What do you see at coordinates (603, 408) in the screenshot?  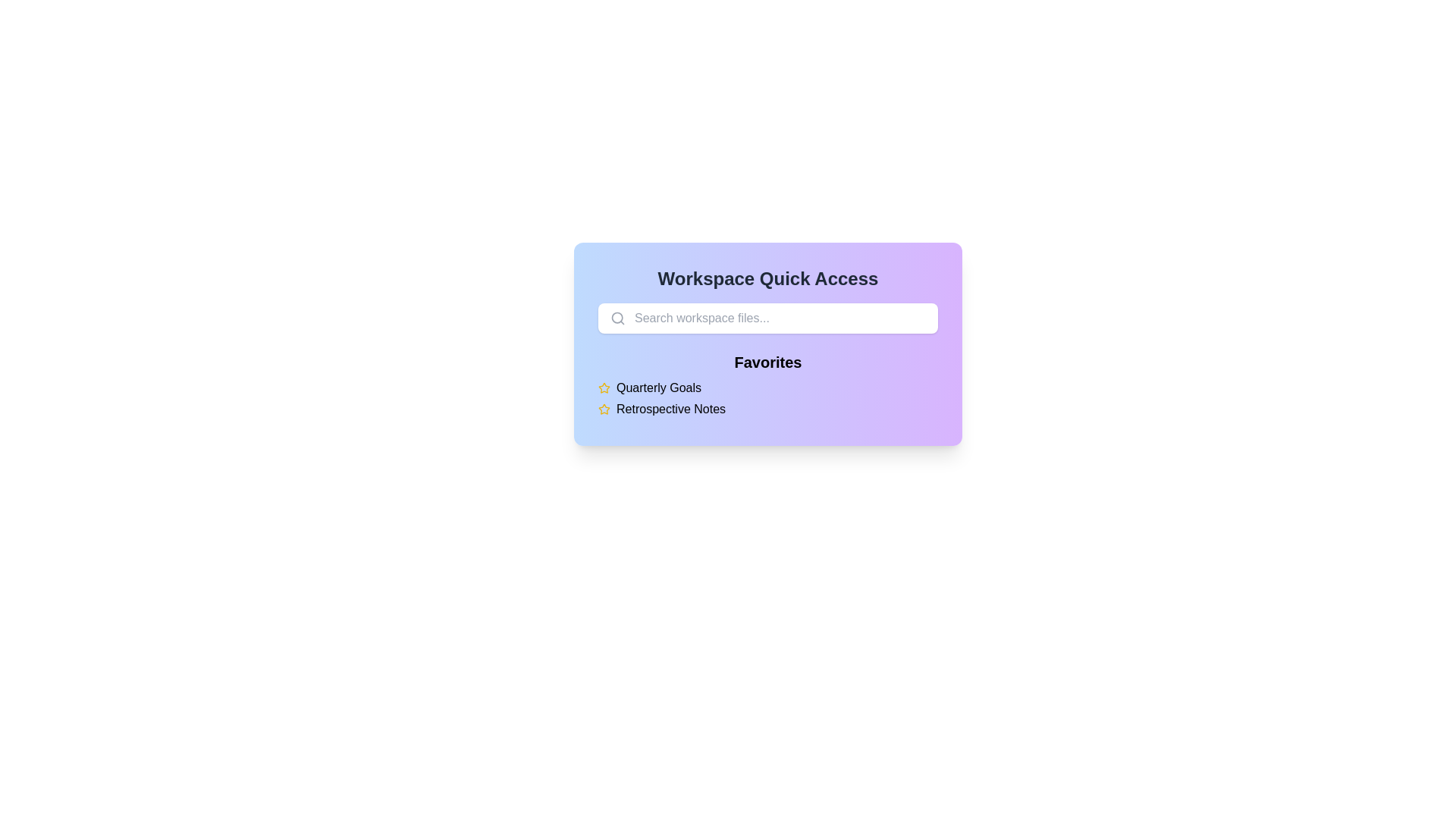 I see `the yellow star-shaped icon located to the left of the text 'Quarterly Goals' in the Favorites section of the card-like interface` at bounding box center [603, 408].